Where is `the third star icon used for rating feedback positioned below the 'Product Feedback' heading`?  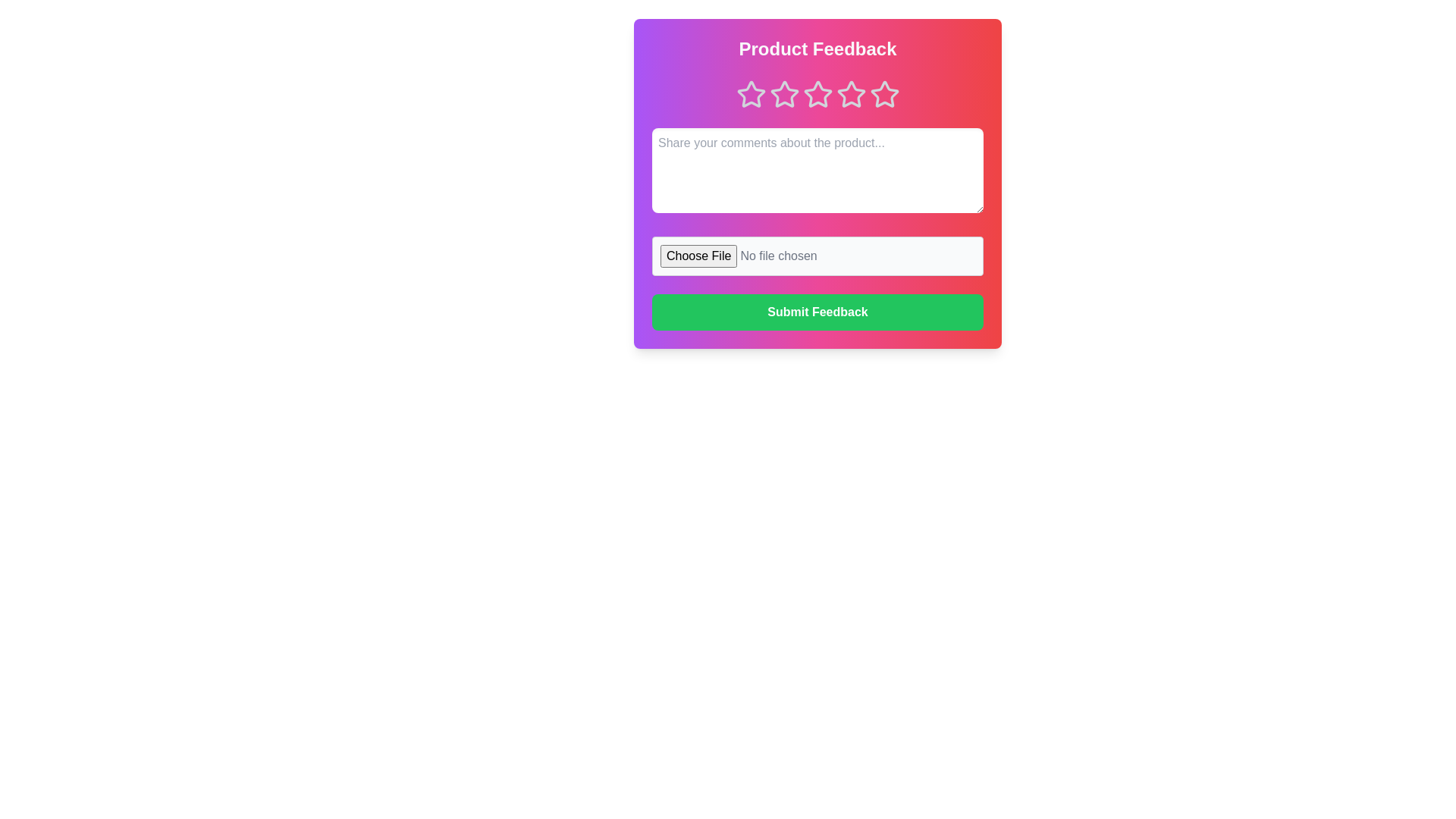
the third star icon used for rating feedback positioned below the 'Product Feedback' heading is located at coordinates (817, 94).